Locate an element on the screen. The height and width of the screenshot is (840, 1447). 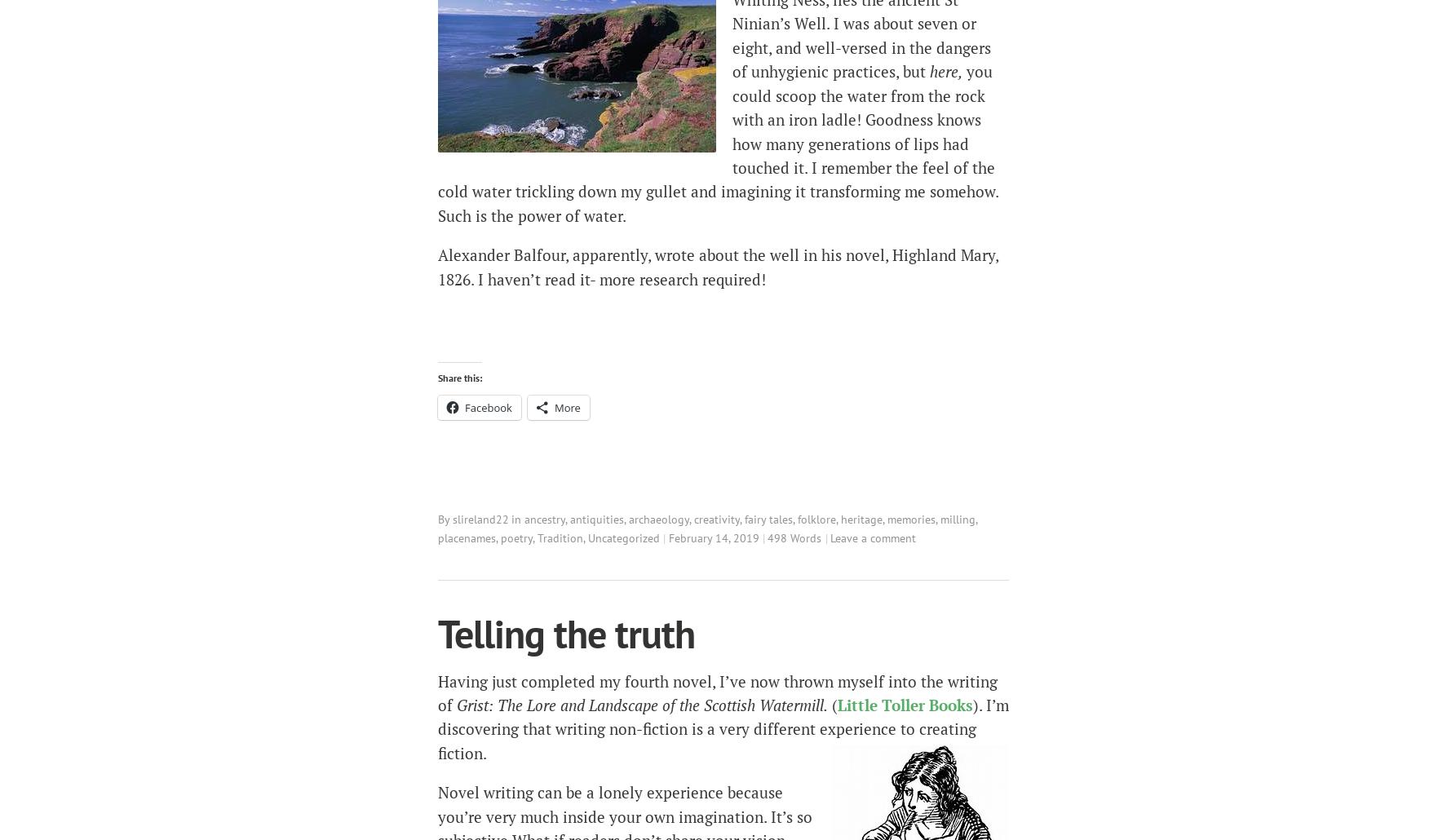
'placenames' is located at coordinates (466, 536).